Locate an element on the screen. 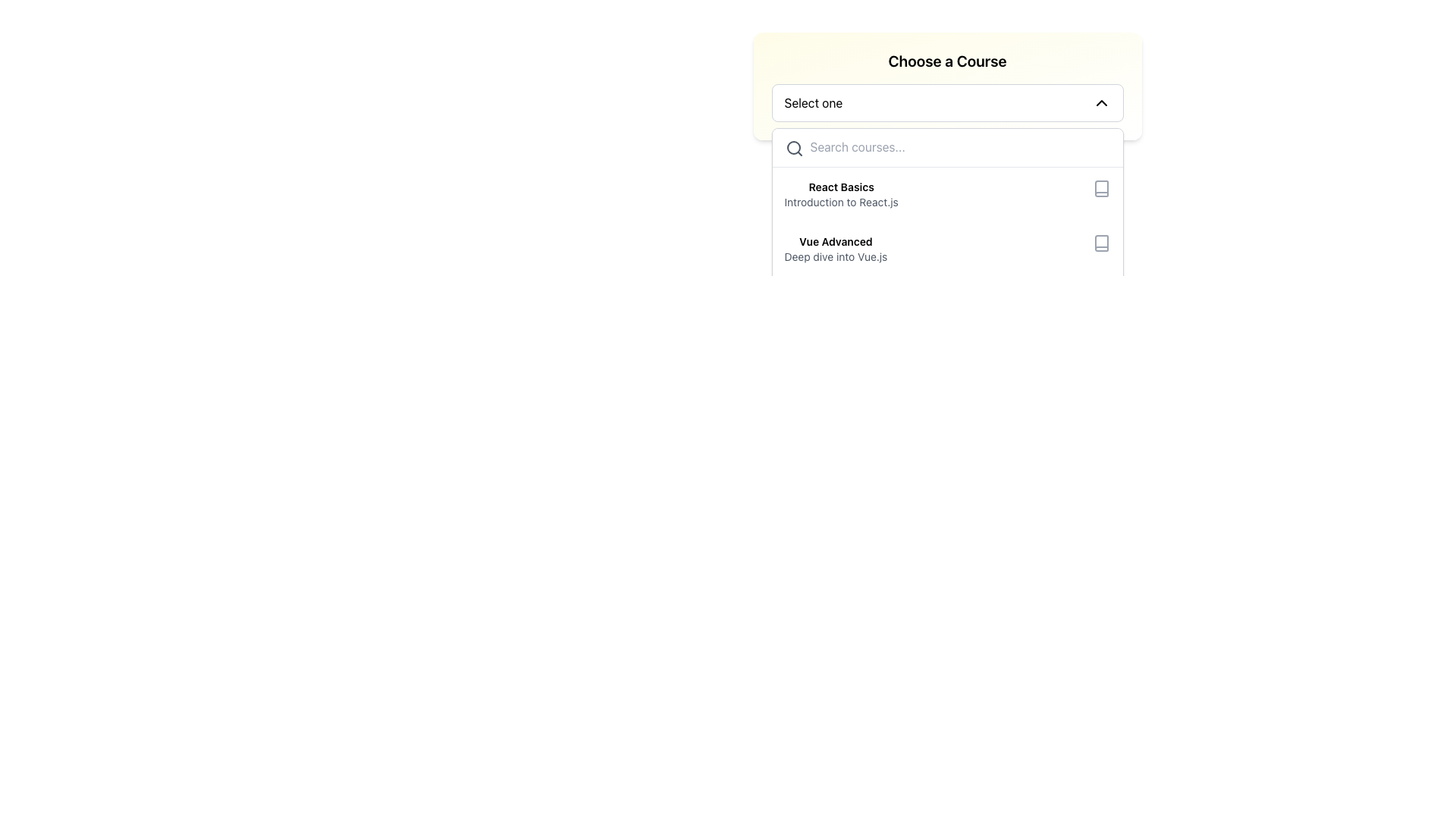 The height and width of the screenshot is (819, 1456). the circular part of the magnifying glass icon located in the top-left corner of the autocomplete dropdown menu, which indicates the search functionality is located at coordinates (793, 147).